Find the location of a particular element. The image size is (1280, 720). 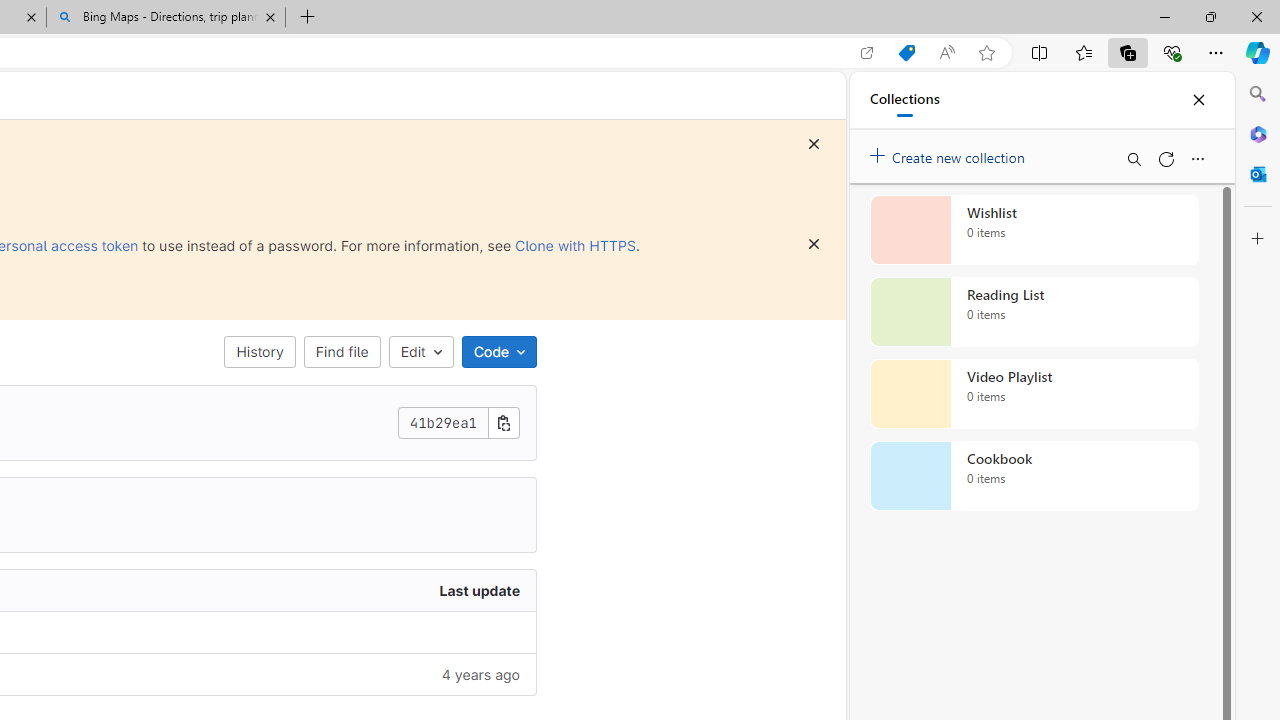

'Video Playlist collection, 0 items' is located at coordinates (1034, 394).